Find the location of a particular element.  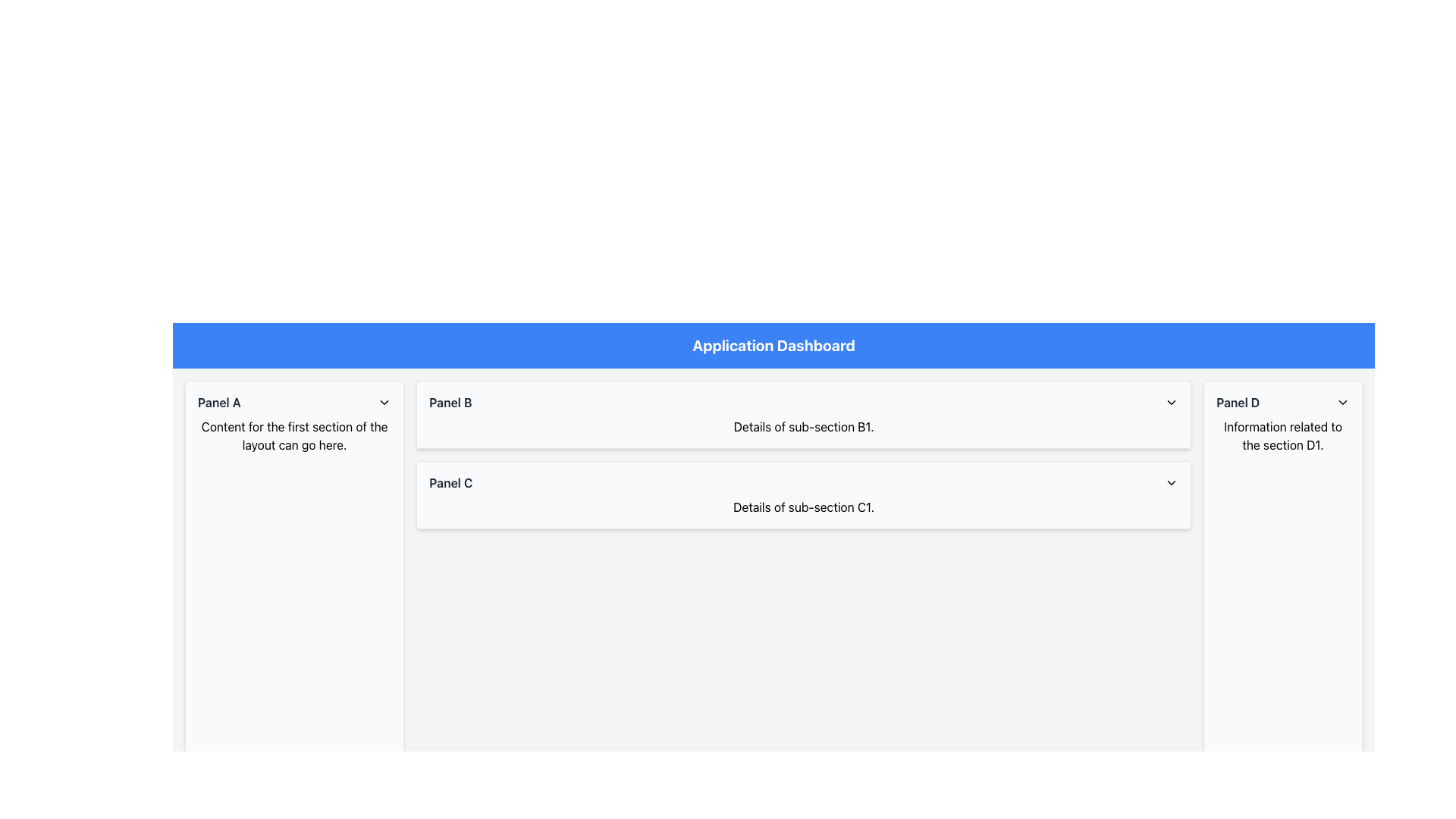

the downward-chevron icon button in the header of the 'Panel B' section is located at coordinates (1171, 402).